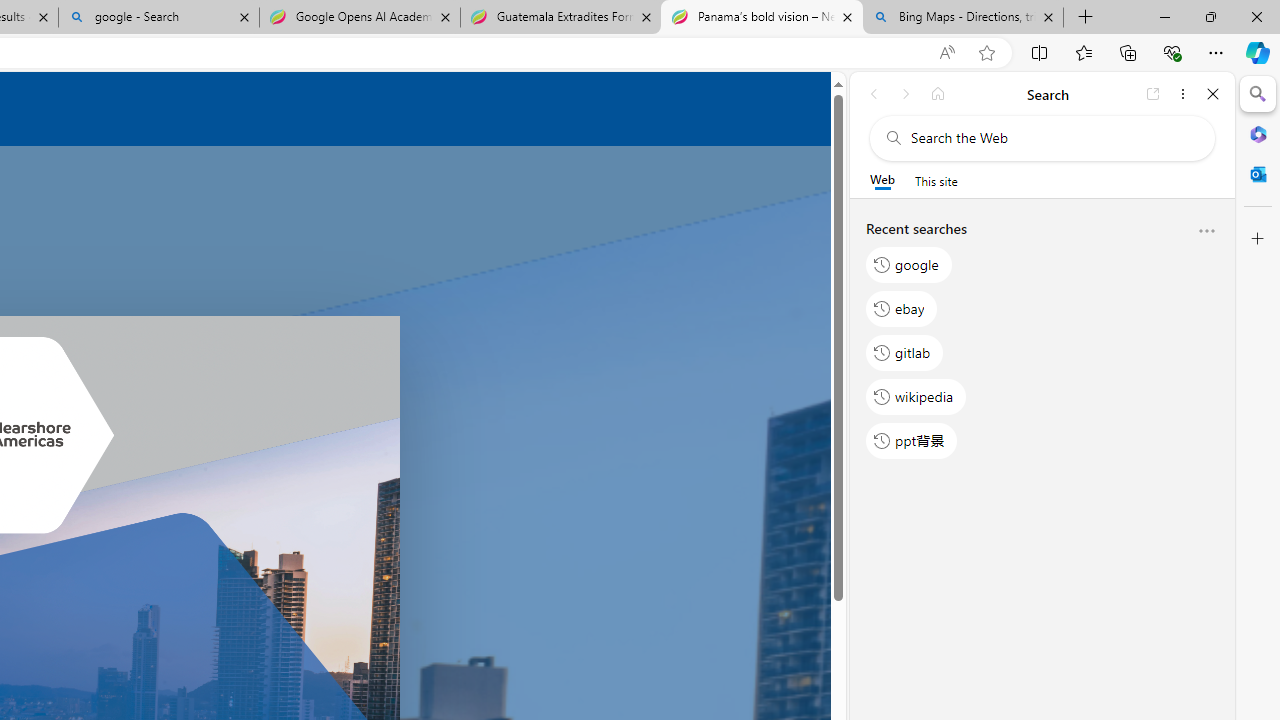 This screenshot has width=1280, height=720. Describe the element at coordinates (908, 263) in the screenshot. I see `'google'` at that location.